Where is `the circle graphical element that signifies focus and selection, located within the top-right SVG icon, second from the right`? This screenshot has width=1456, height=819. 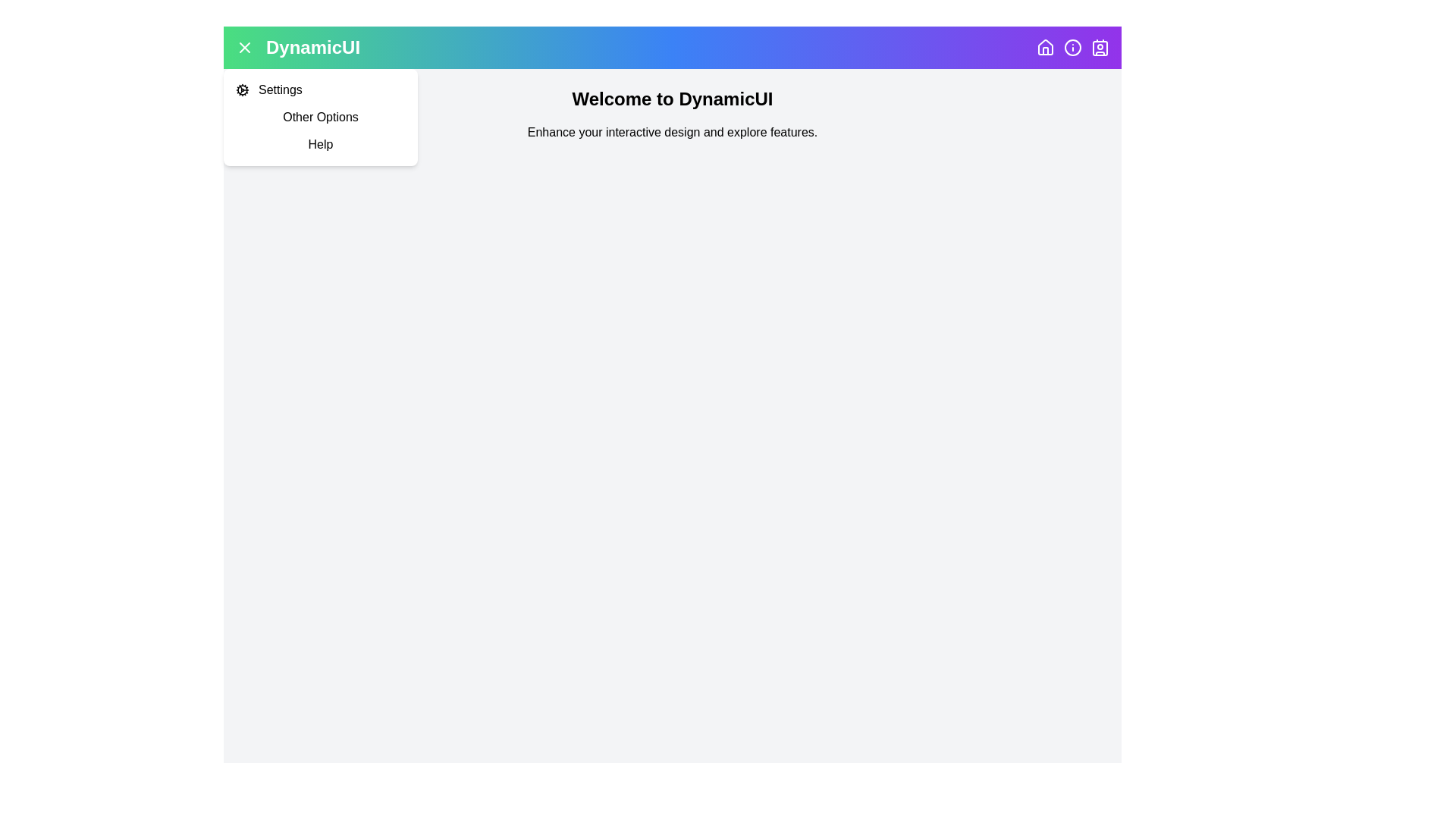 the circle graphical element that signifies focus and selection, located within the top-right SVG icon, second from the right is located at coordinates (1072, 46).